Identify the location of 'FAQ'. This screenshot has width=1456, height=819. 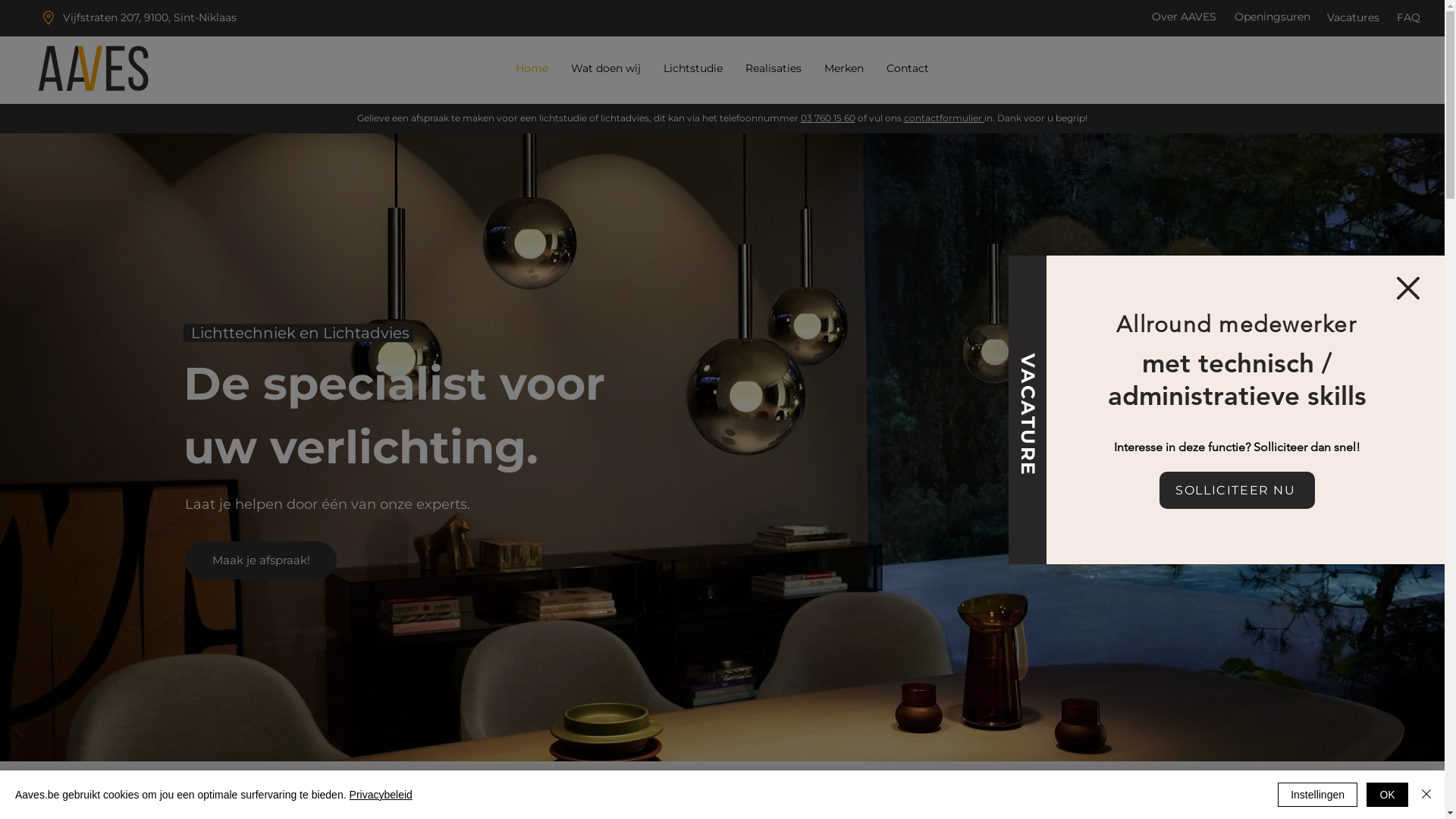
(1396, 17).